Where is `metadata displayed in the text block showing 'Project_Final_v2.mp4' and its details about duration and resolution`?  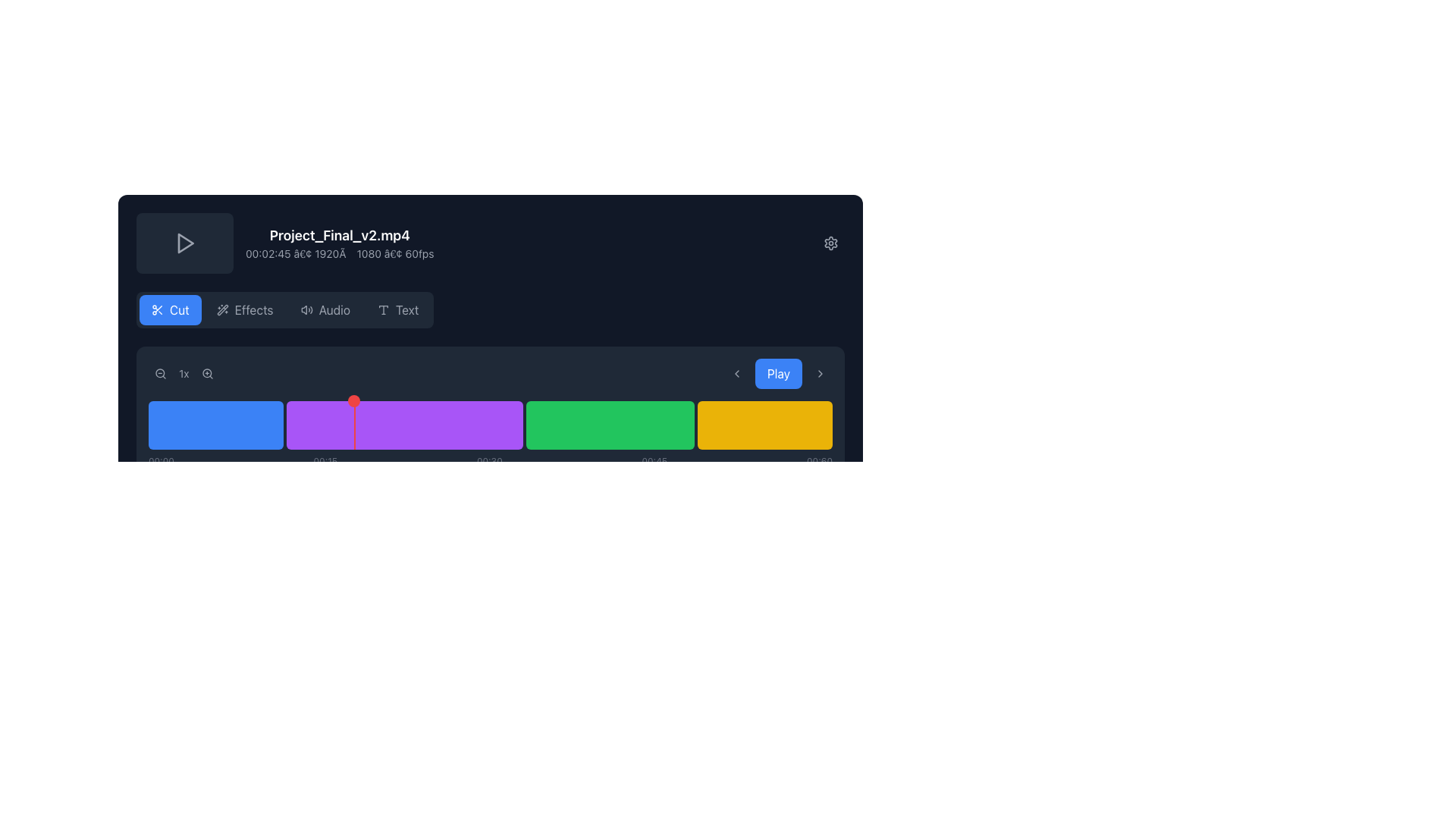 metadata displayed in the text block showing 'Project_Final_v2.mp4' and its details about duration and resolution is located at coordinates (339, 242).